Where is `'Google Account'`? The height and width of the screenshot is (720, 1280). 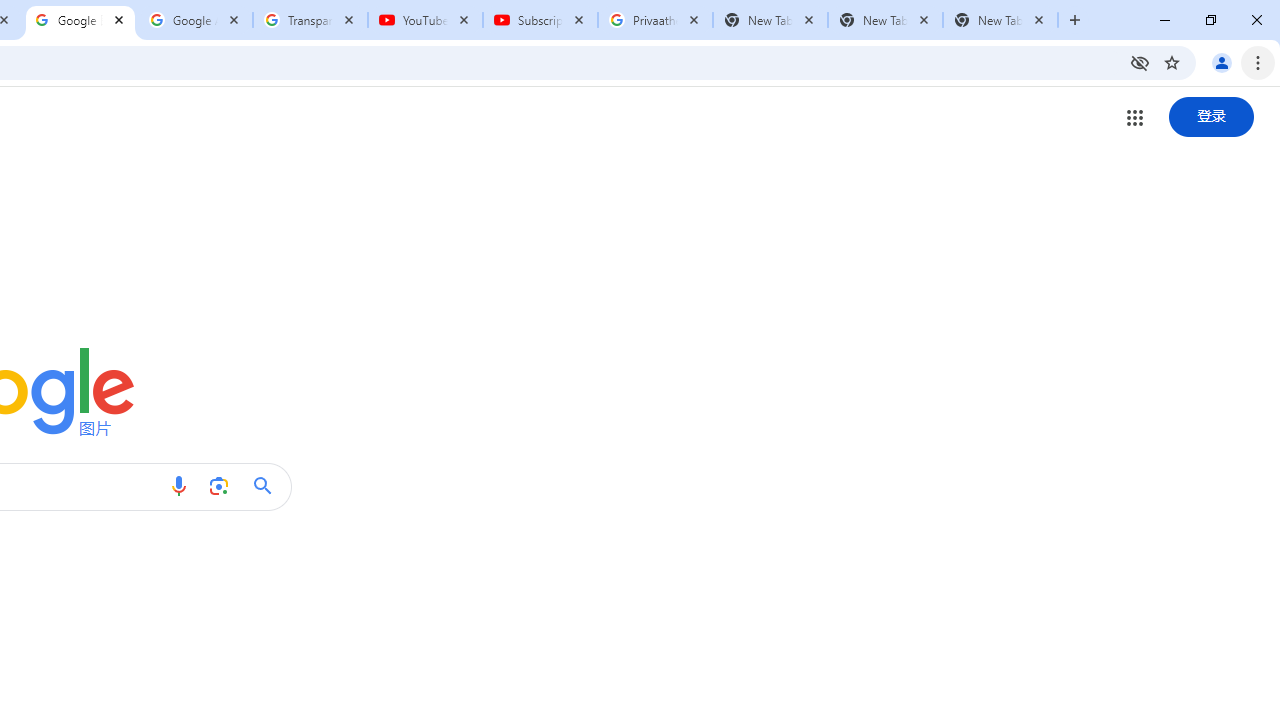
'Google Account' is located at coordinates (195, 20).